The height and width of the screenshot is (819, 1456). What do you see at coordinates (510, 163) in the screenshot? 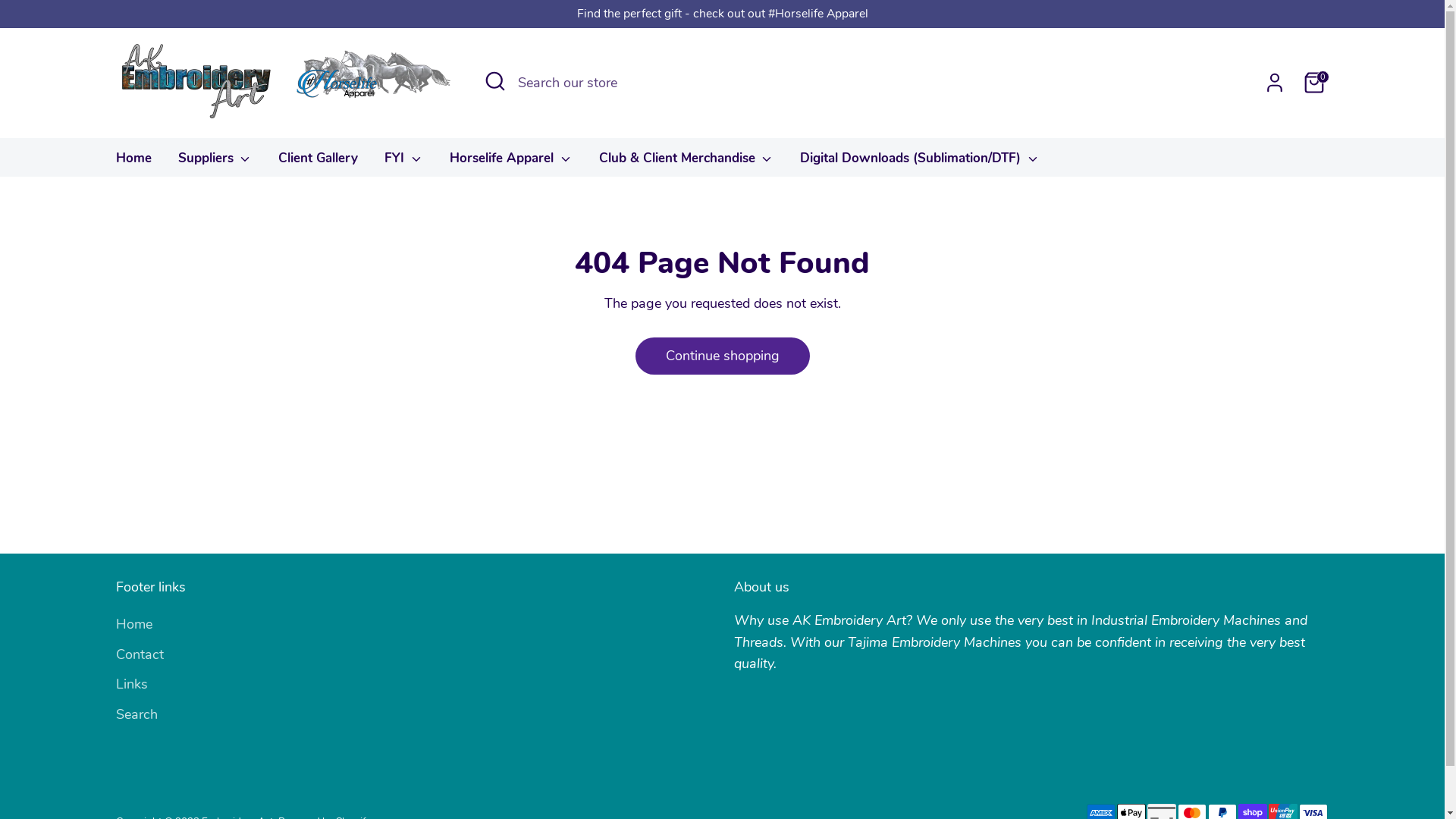
I see `'Horselife Apparel'` at bounding box center [510, 163].